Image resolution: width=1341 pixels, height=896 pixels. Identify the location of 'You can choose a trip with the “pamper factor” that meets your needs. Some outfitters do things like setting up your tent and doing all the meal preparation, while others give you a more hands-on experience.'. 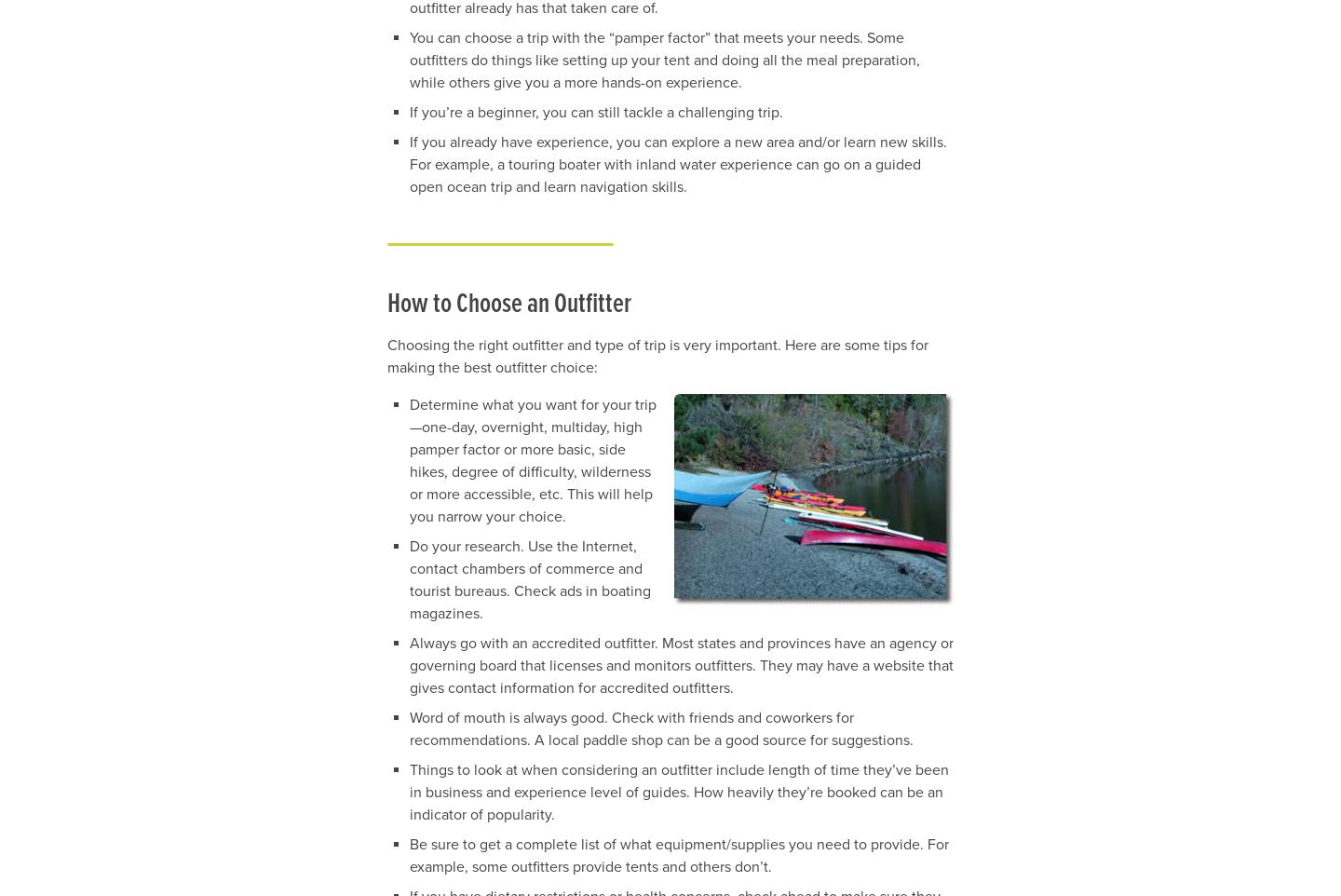
(664, 61).